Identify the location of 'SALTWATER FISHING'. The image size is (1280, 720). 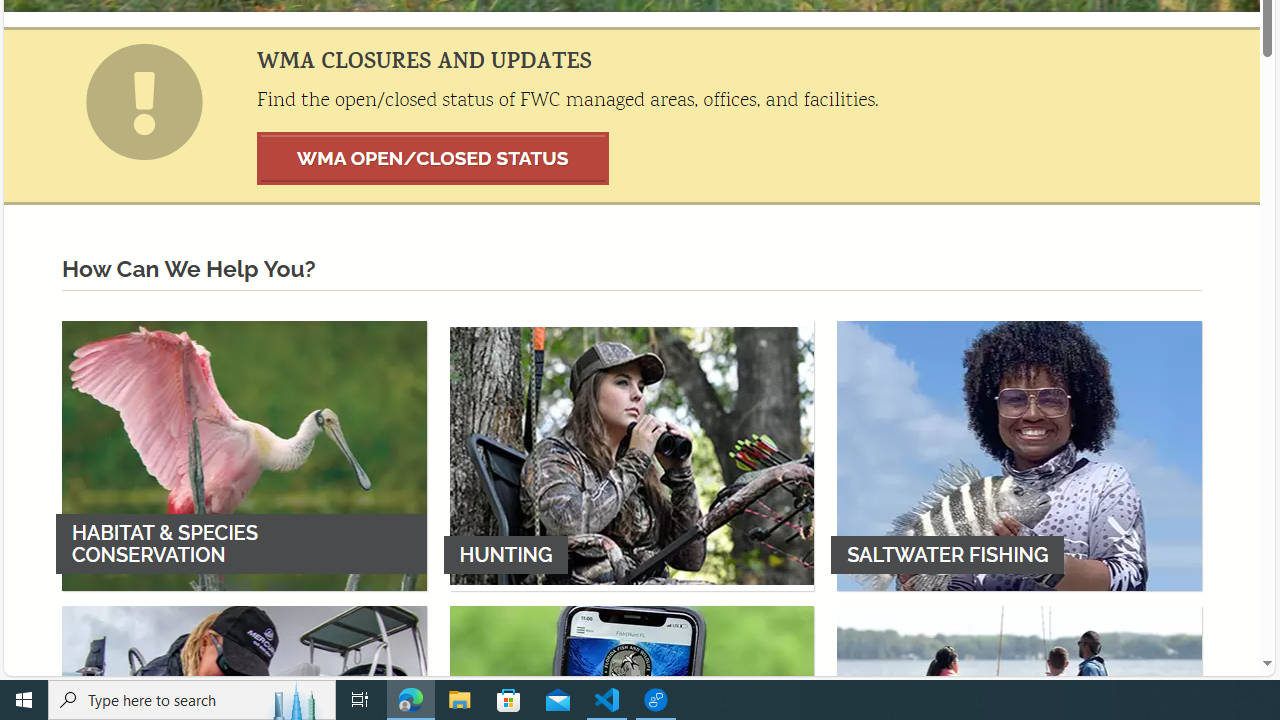
(1019, 455).